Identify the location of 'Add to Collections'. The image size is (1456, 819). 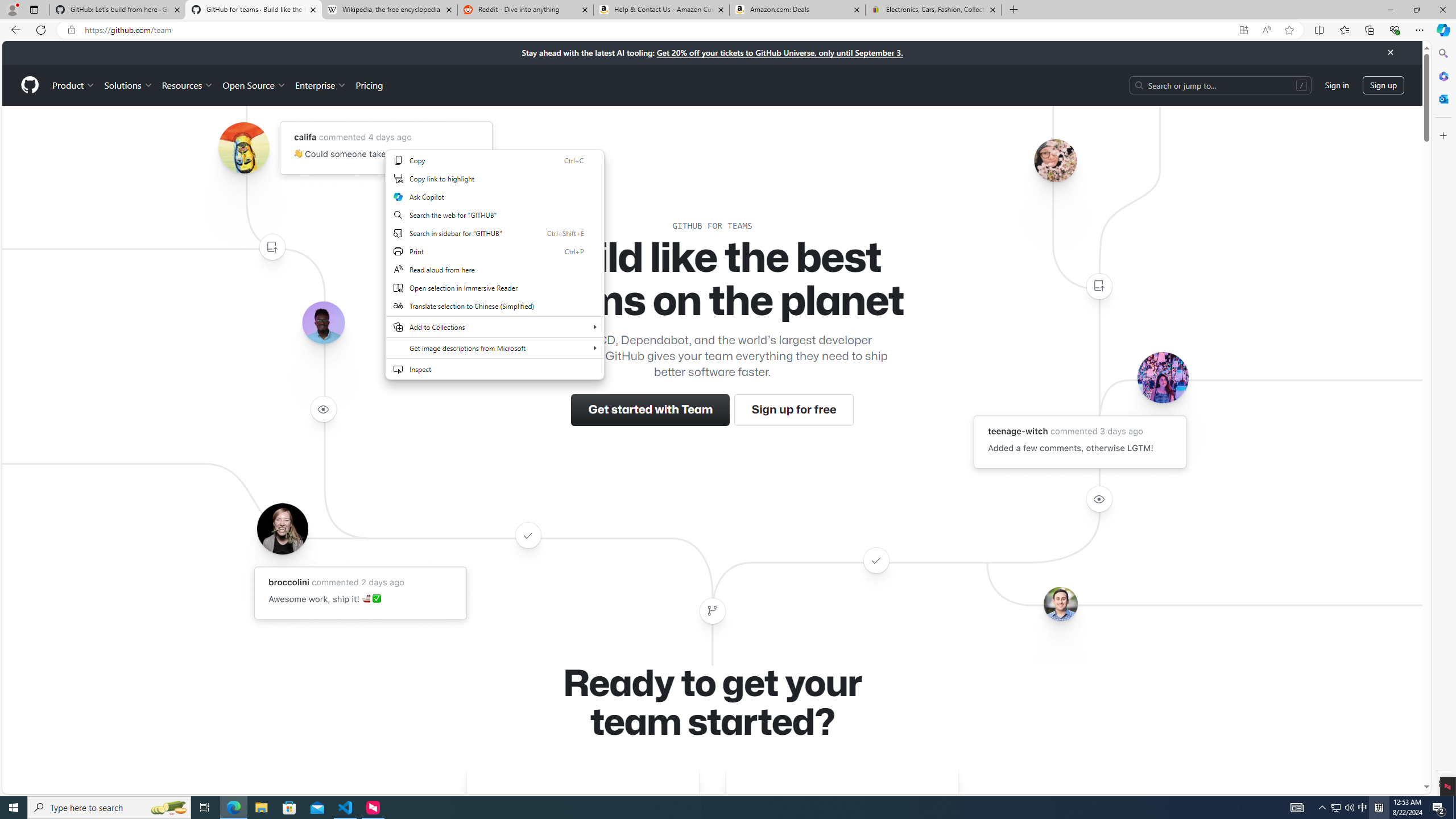
(494, 326).